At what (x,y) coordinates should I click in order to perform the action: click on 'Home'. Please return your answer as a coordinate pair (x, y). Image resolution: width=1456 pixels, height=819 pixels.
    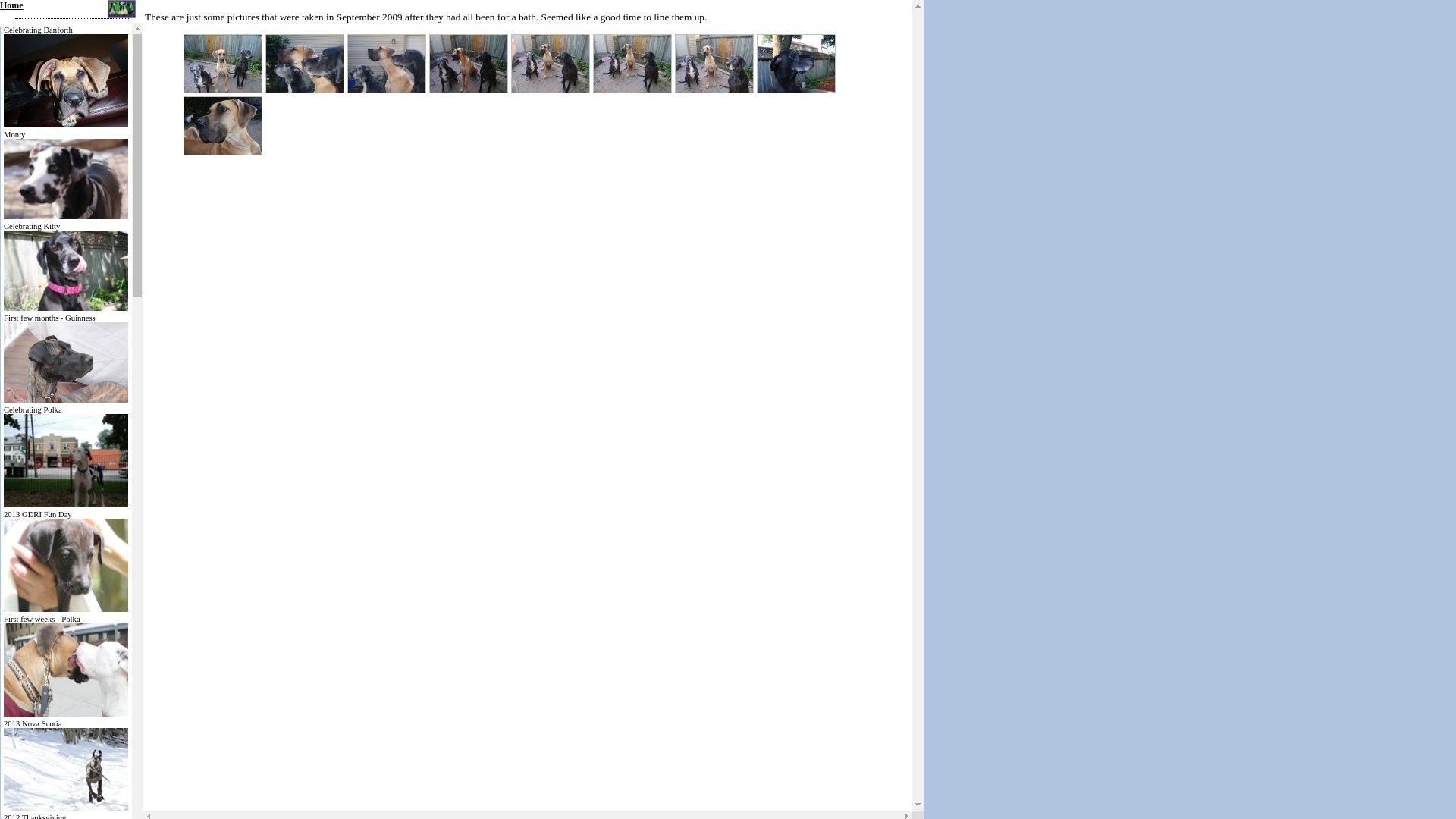
    Looking at the image, I should click on (0, 5).